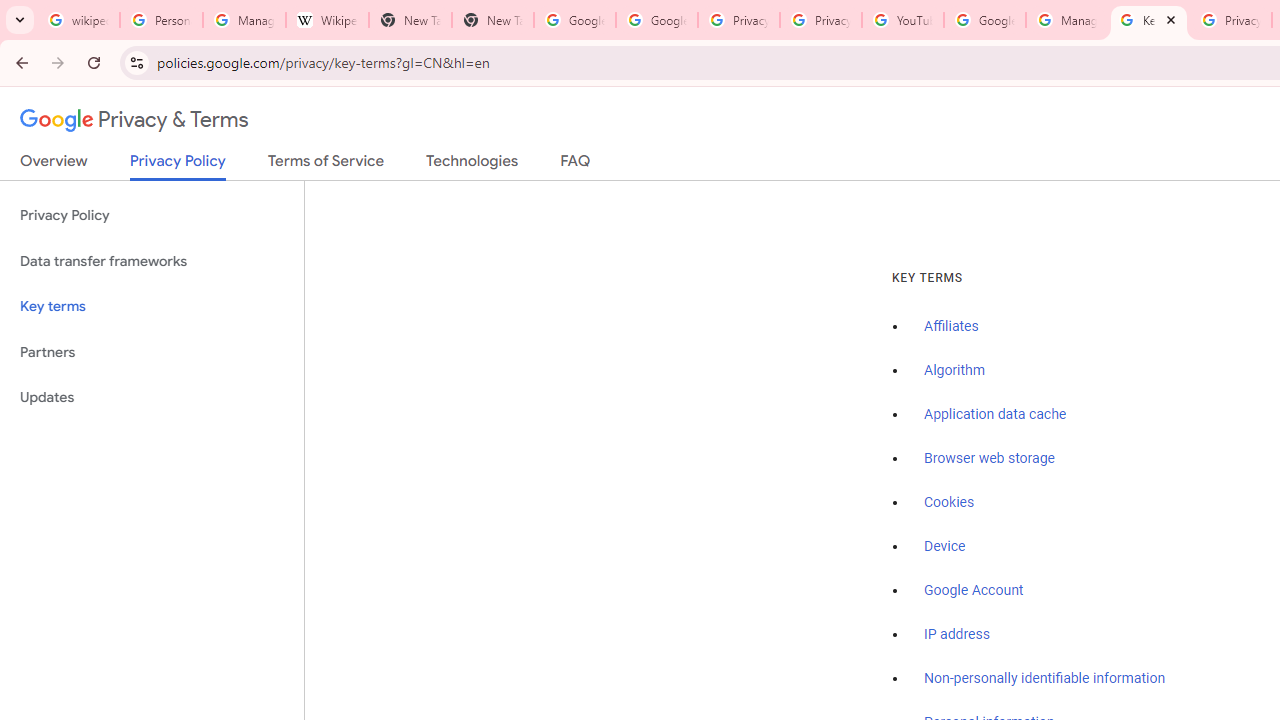 The height and width of the screenshot is (720, 1280). Describe the element at coordinates (948, 501) in the screenshot. I see `'Cookies'` at that location.